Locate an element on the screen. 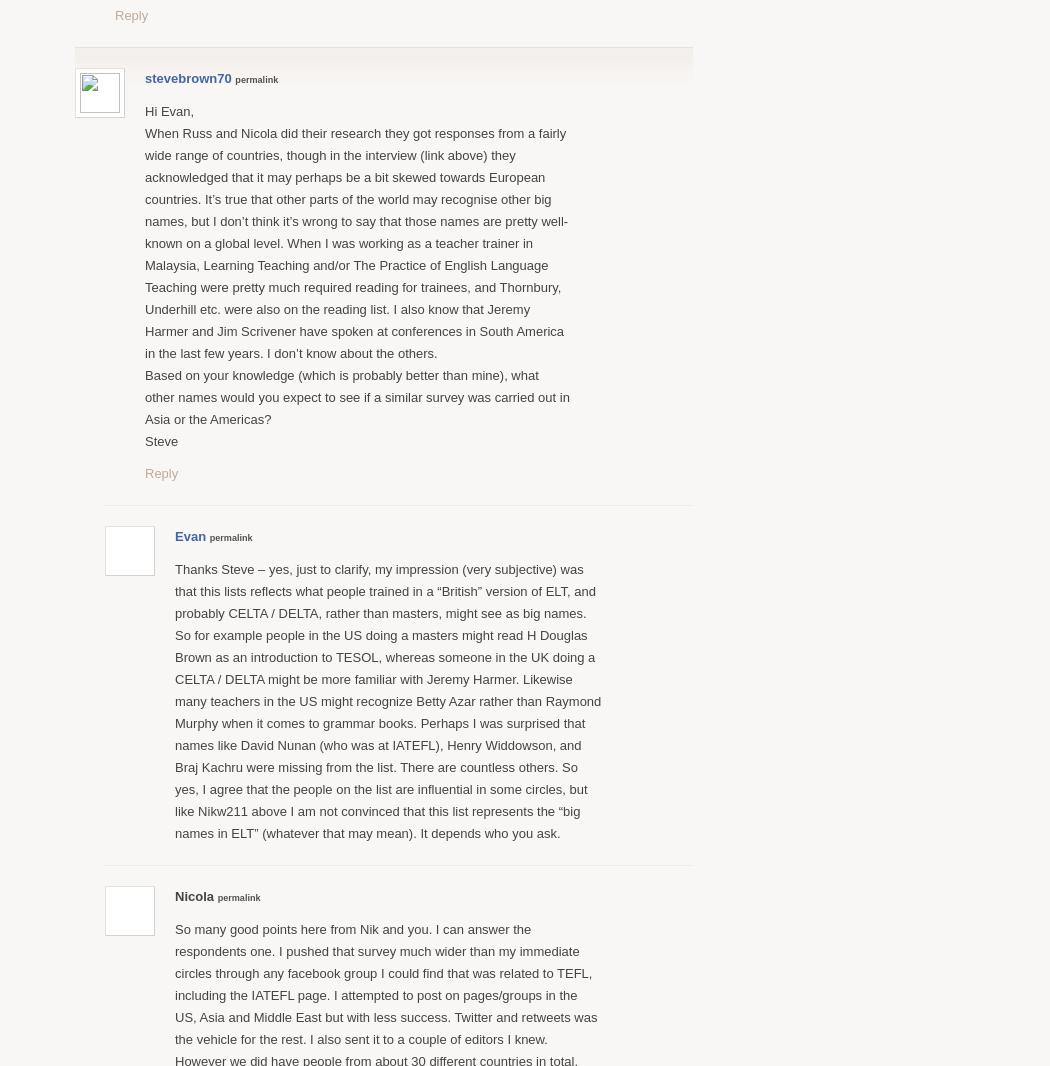 The height and width of the screenshot is (1066, 1050). 'Steve' is located at coordinates (161, 440).